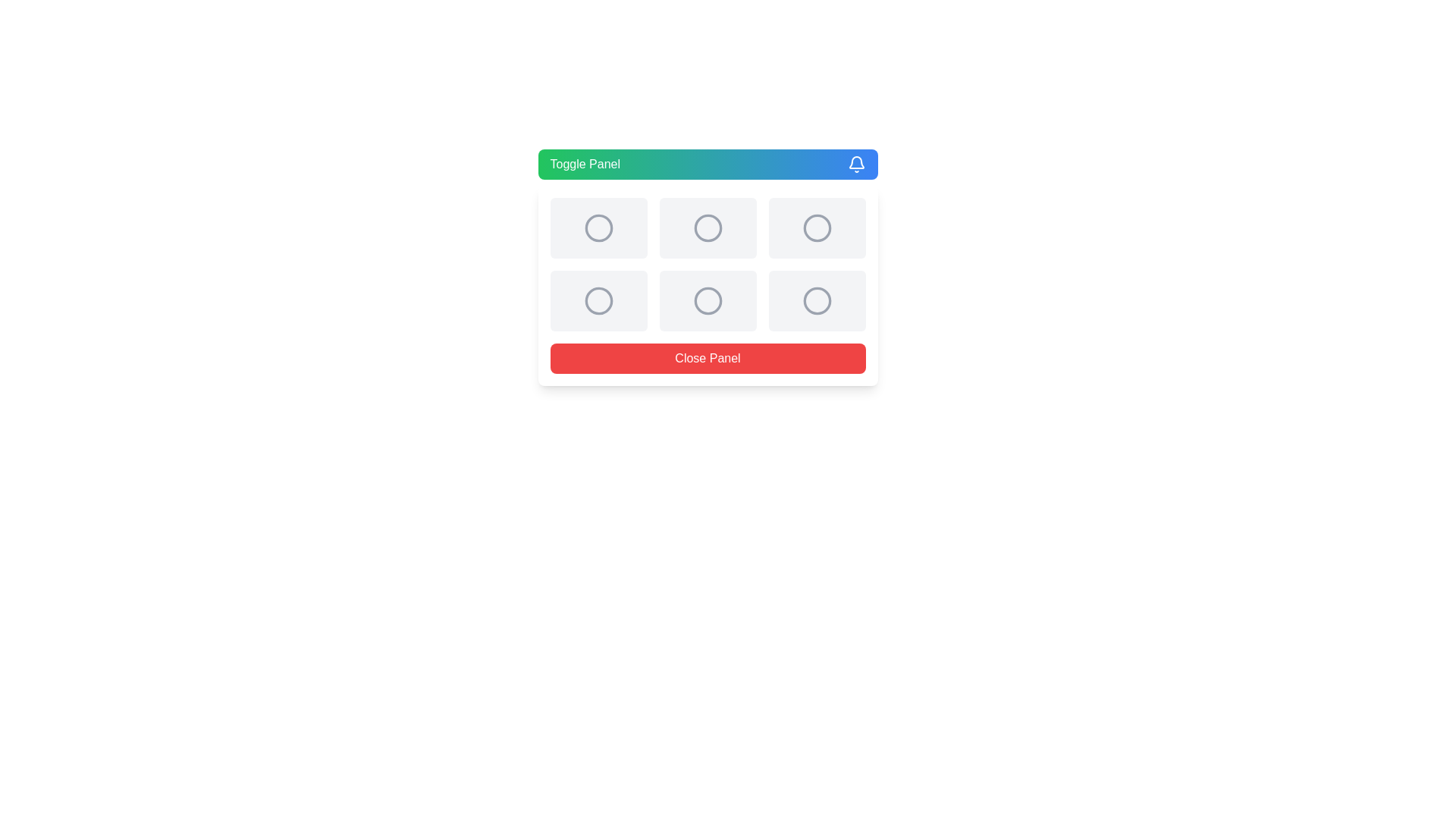 This screenshot has width=1456, height=819. What do you see at coordinates (707, 227) in the screenshot?
I see `the circular icon with a gray outline and transparent center located in the second row and middle column of a three-by-two grid layout` at bounding box center [707, 227].